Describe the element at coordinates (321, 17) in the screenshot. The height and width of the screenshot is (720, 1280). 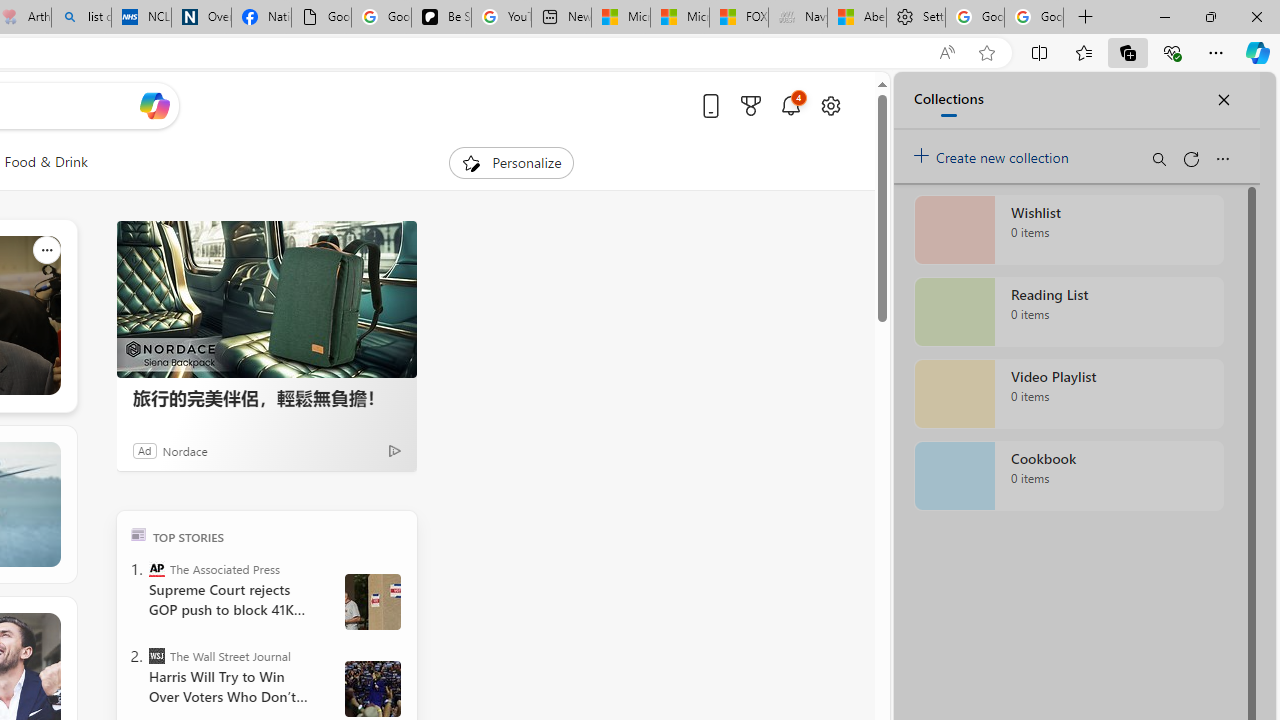
I see `'Google Analytics Opt-out Browser Add-on Download Page'` at that location.